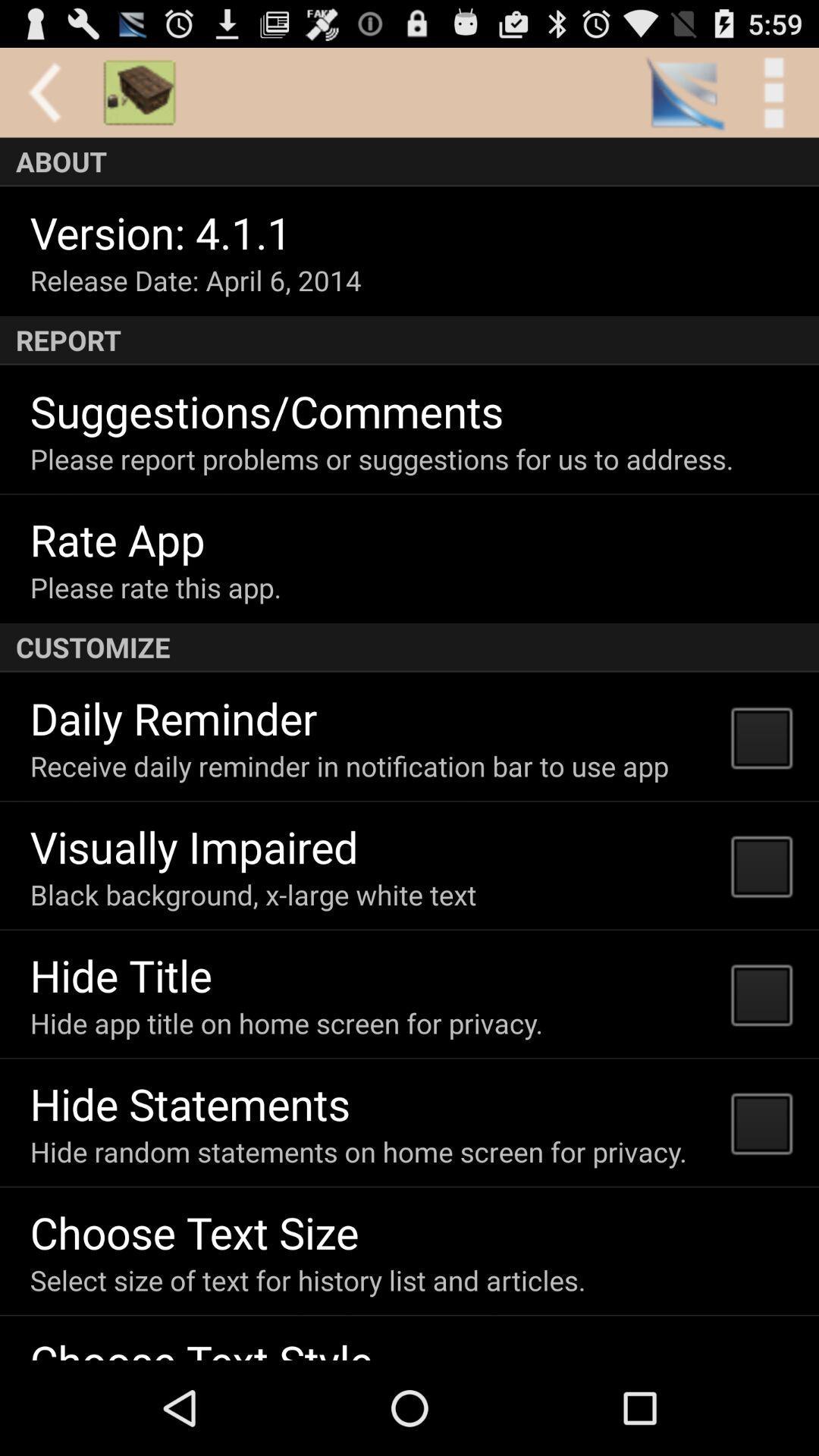 This screenshot has width=819, height=1456. What do you see at coordinates (253, 894) in the screenshot?
I see `app below the visually impaired` at bounding box center [253, 894].